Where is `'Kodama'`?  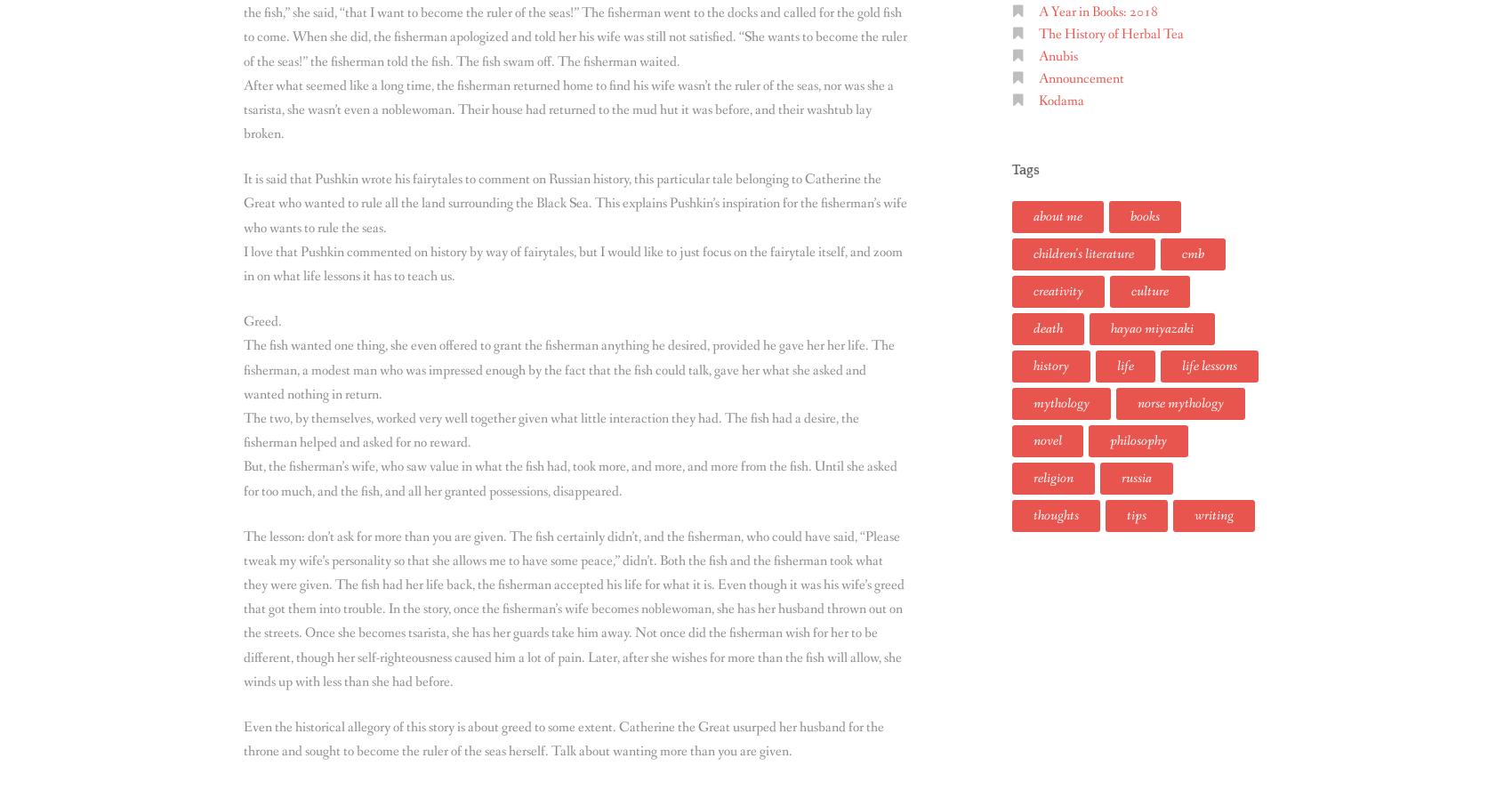 'Kodama' is located at coordinates (1060, 100).